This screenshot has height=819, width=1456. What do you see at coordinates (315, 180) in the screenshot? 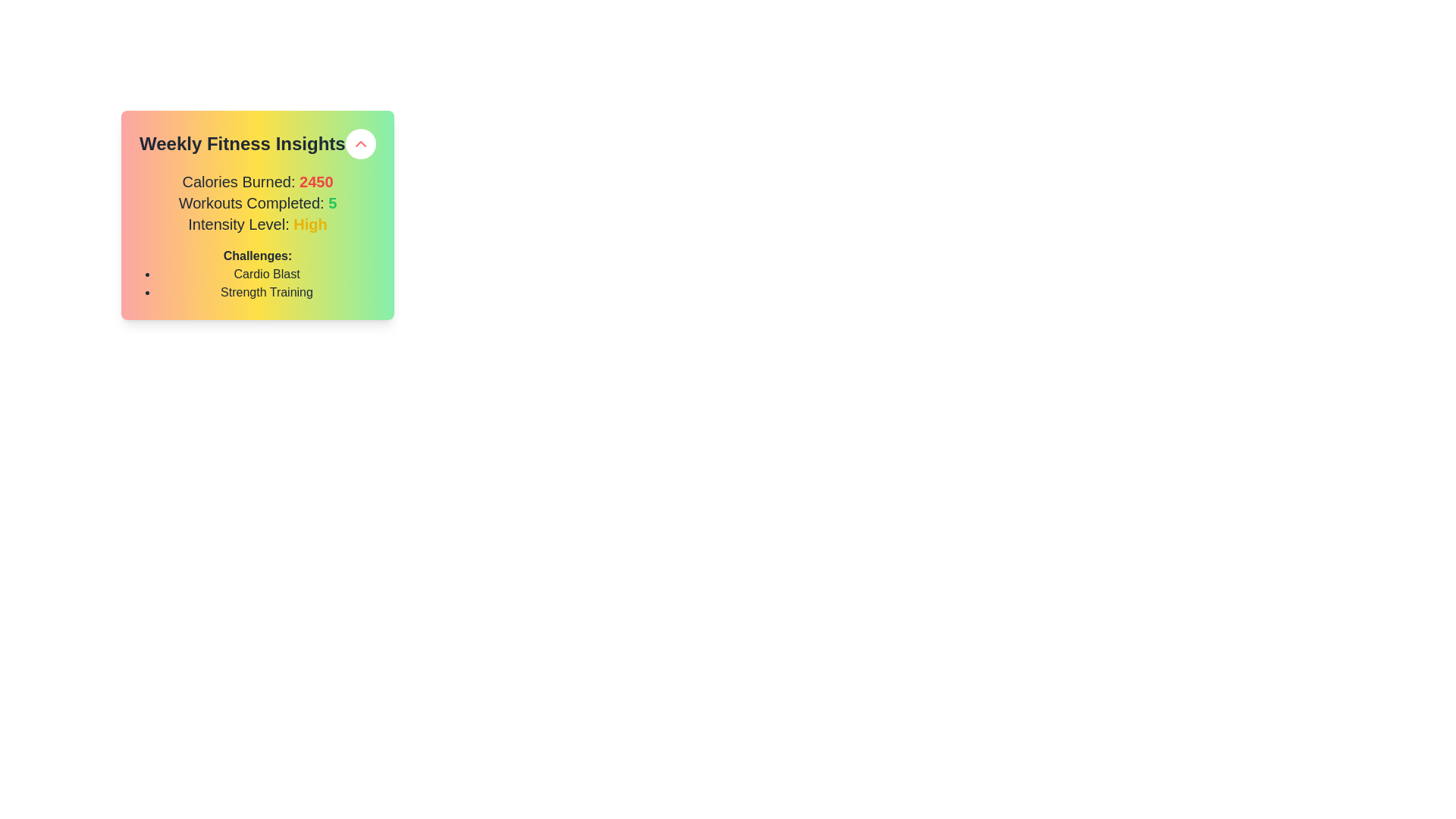
I see `the calorie count text '2450' which represents the calories burned, located in the upper-left portion of the 'Weekly Fitness Insights' card` at bounding box center [315, 180].